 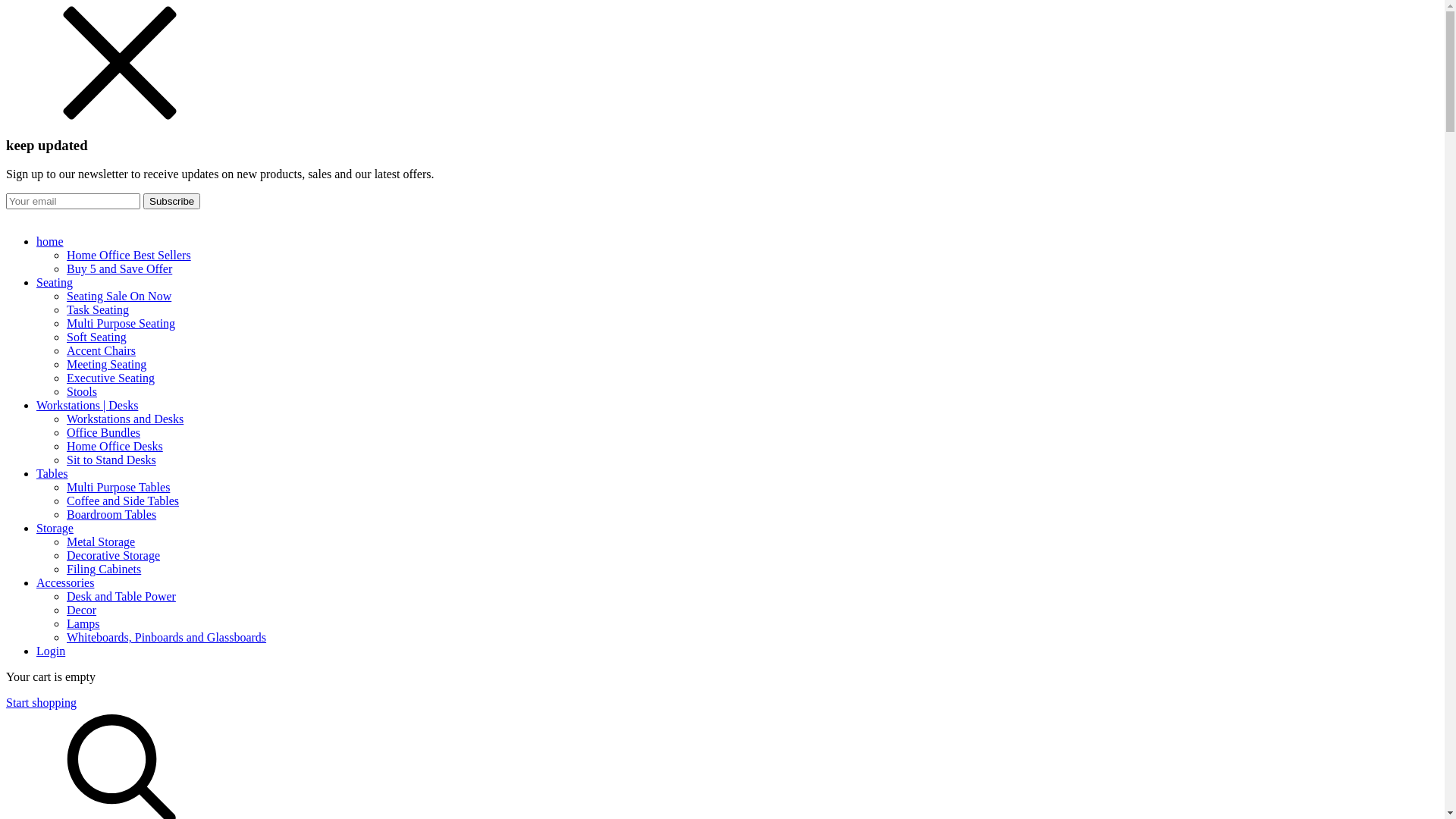 What do you see at coordinates (97, 309) in the screenshot?
I see `'Task Seating'` at bounding box center [97, 309].